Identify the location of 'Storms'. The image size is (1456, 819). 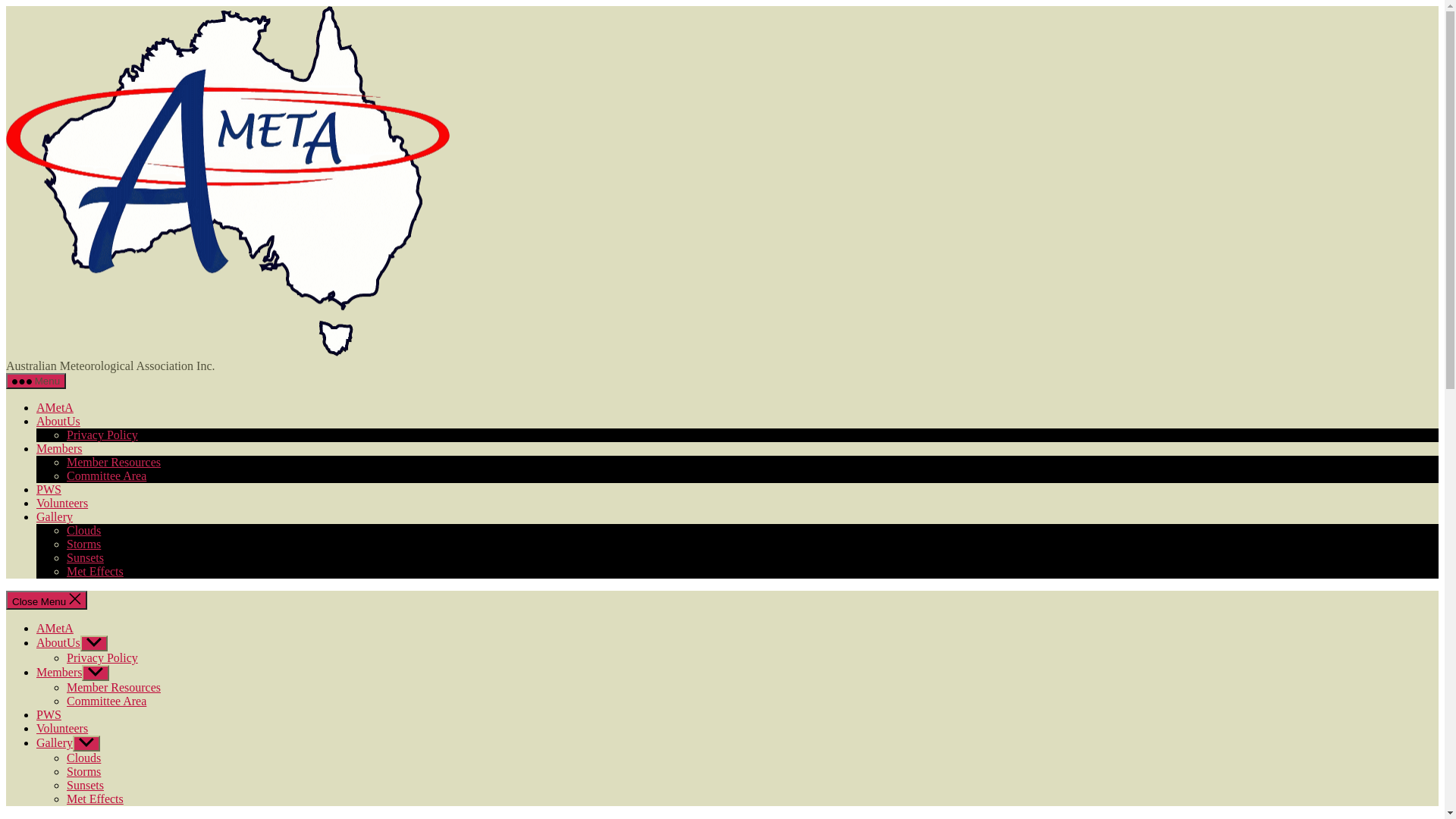
(83, 543).